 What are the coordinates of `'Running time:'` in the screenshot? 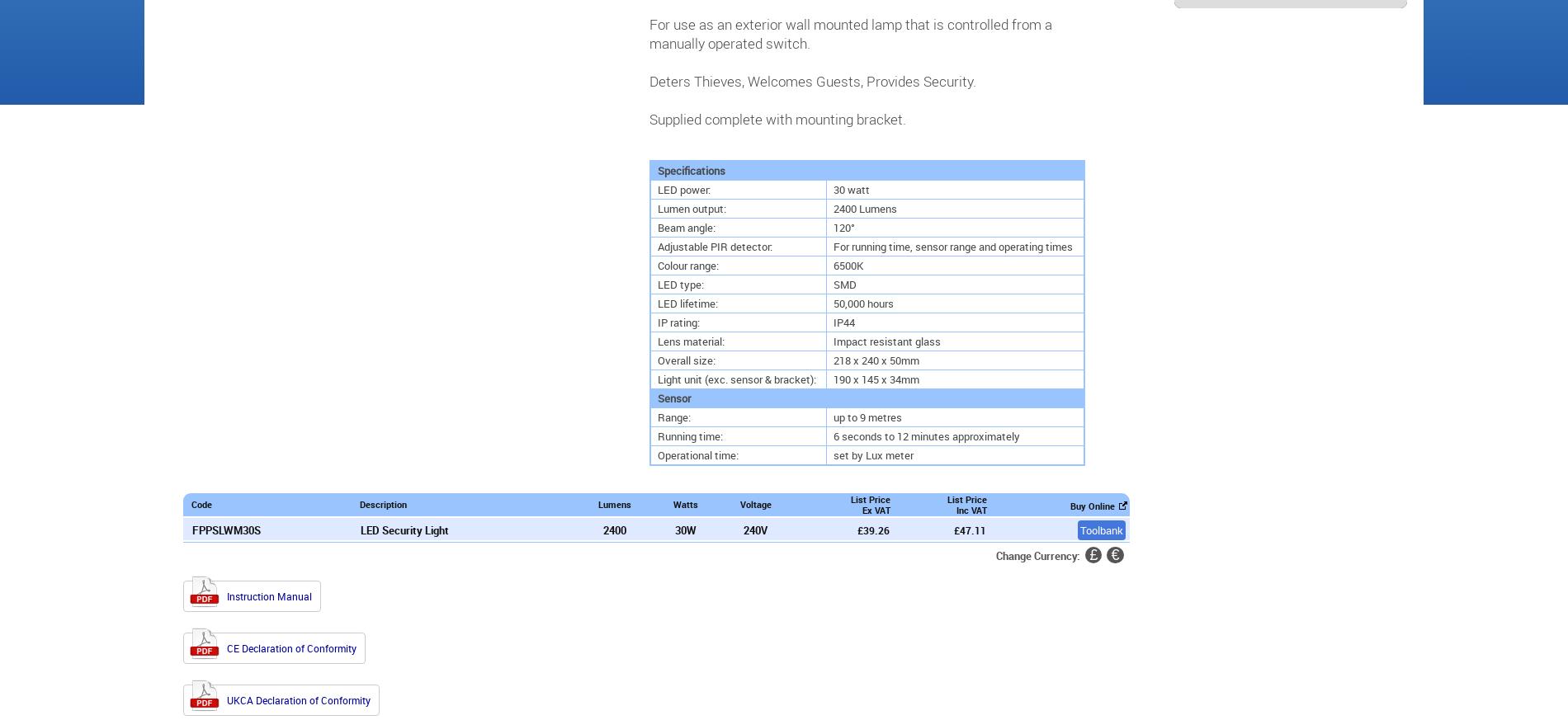 It's located at (657, 434).